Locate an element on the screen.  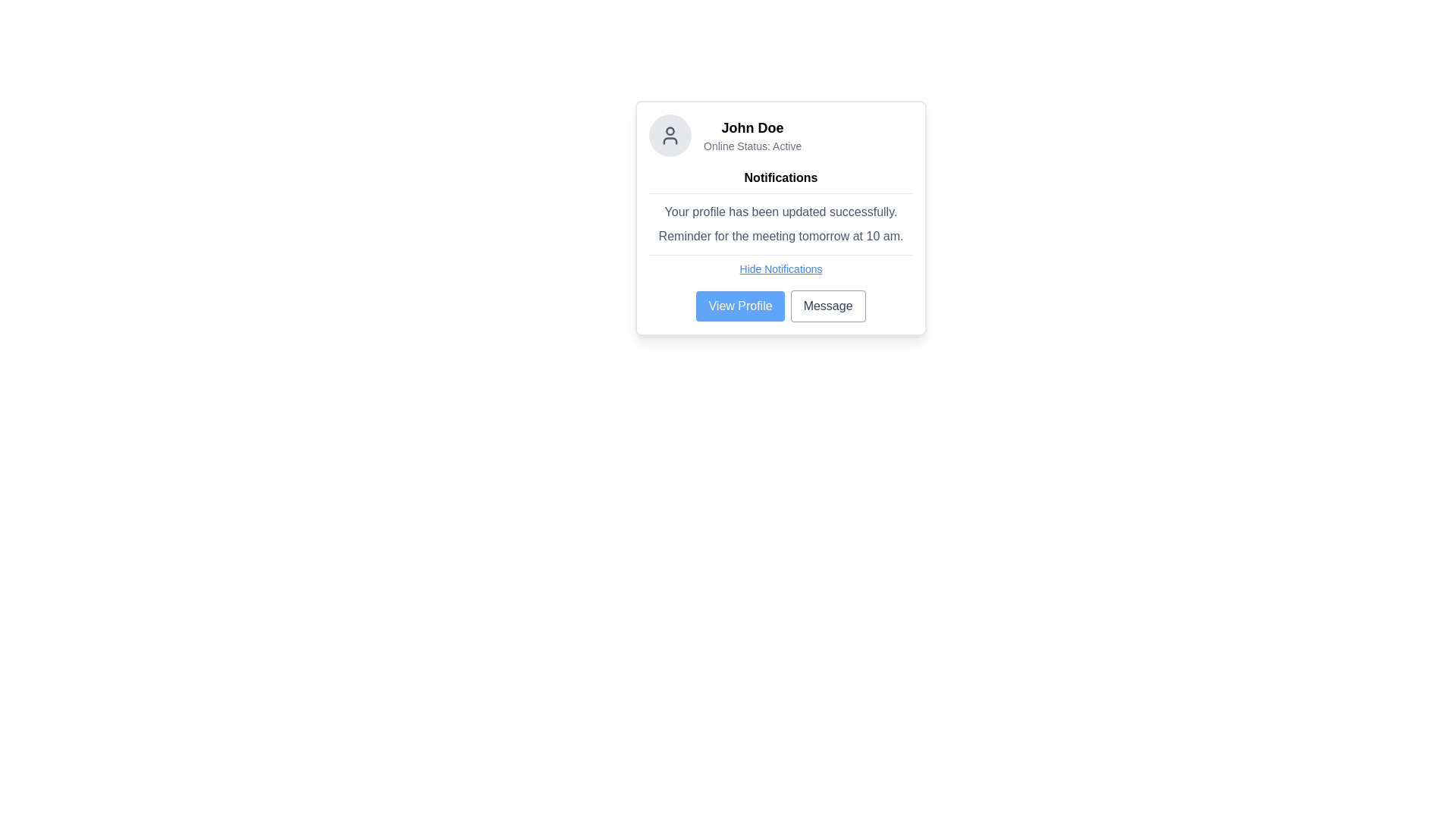
the 'View Profile' button, which is a rectangular button with rounded corners, blue background, and white text, located in the lower section of a user profile card is located at coordinates (740, 306).